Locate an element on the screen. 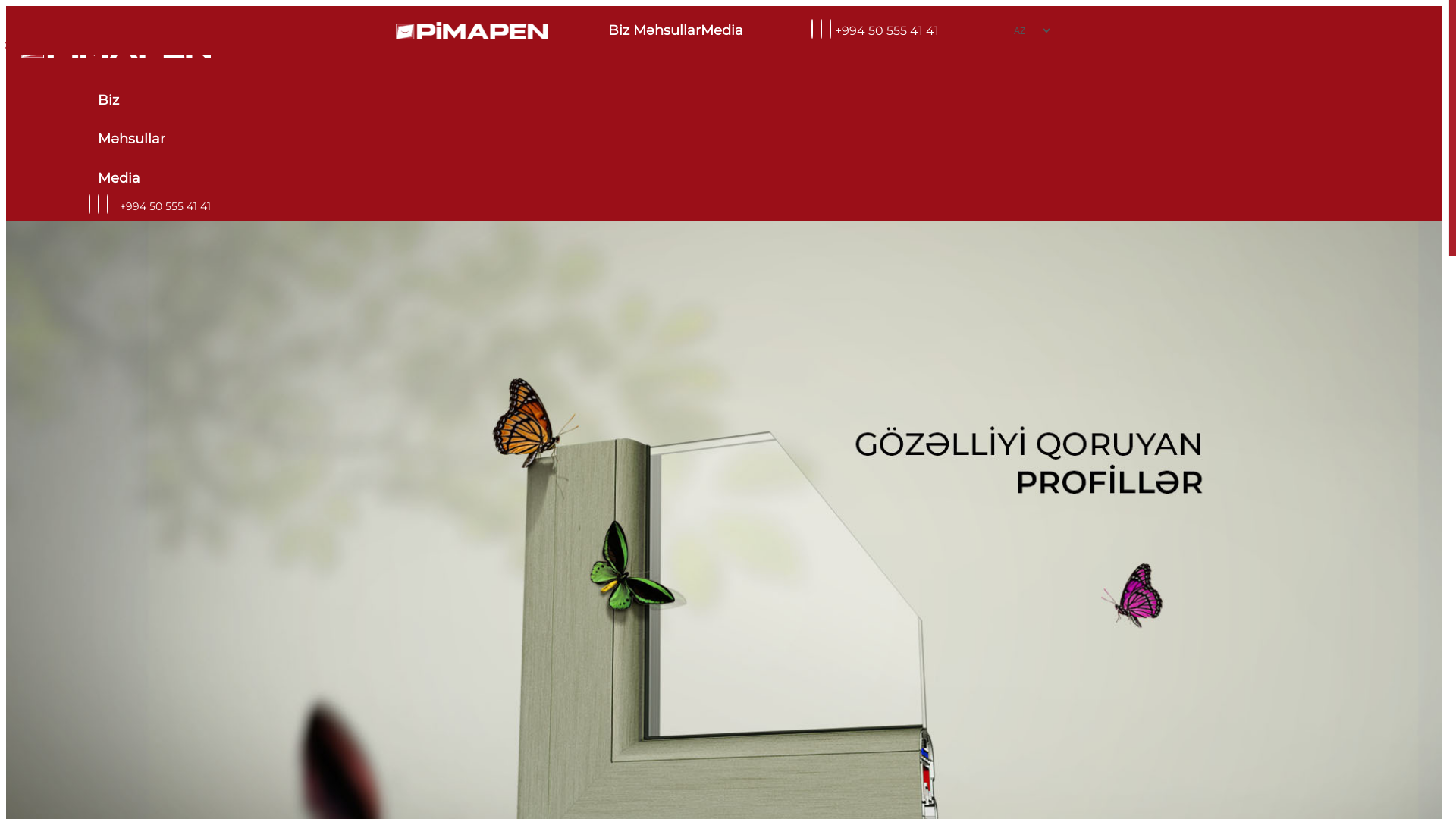 The image size is (1456, 819). 'SHOWROOM' is located at coordinates (157, 44).